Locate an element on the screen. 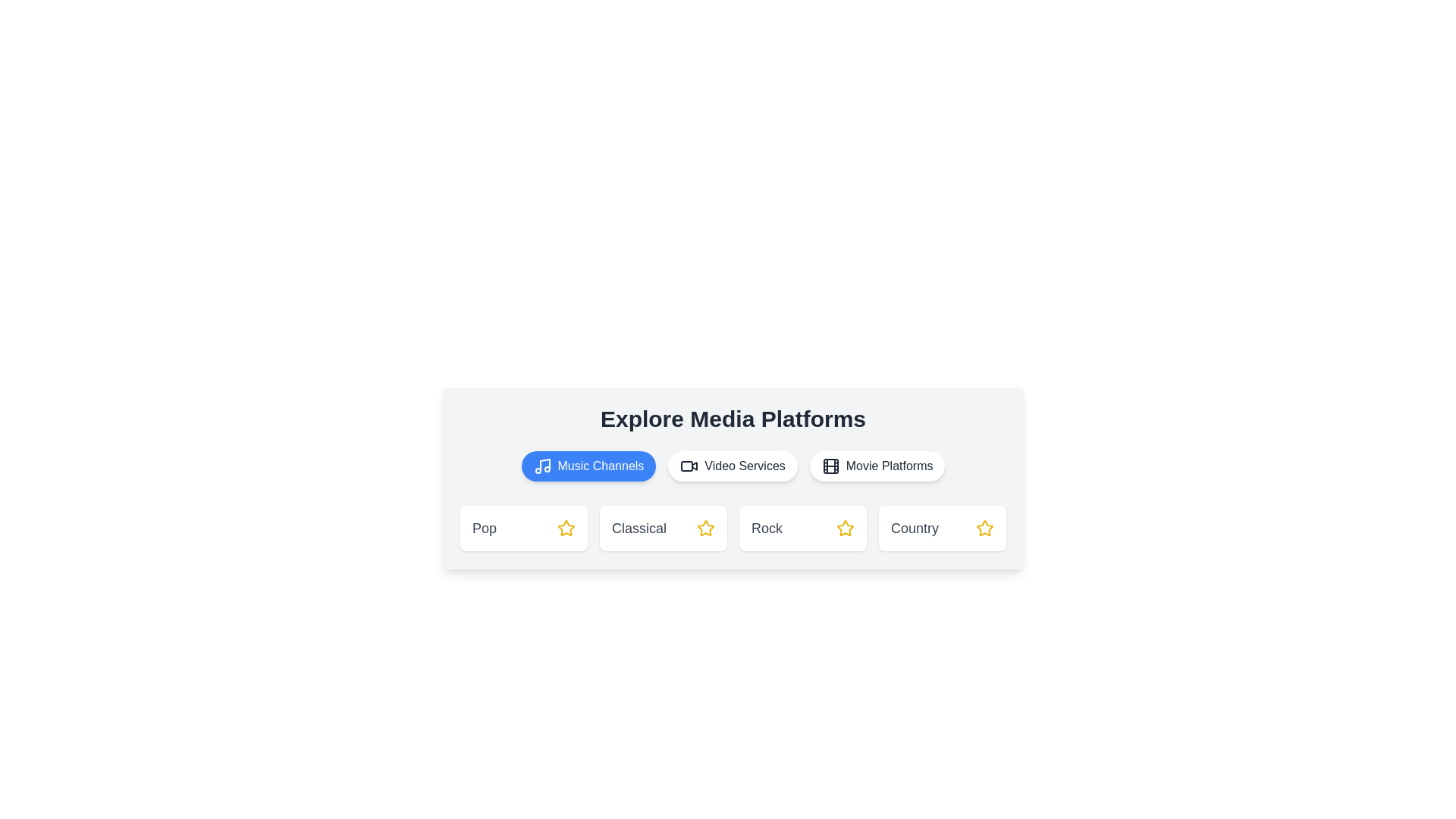 The image size is (1456, 819). the 'Music Channels' button, which is prominently displayed with a blue background and a musical note icon is located at coordinates (588, 465).